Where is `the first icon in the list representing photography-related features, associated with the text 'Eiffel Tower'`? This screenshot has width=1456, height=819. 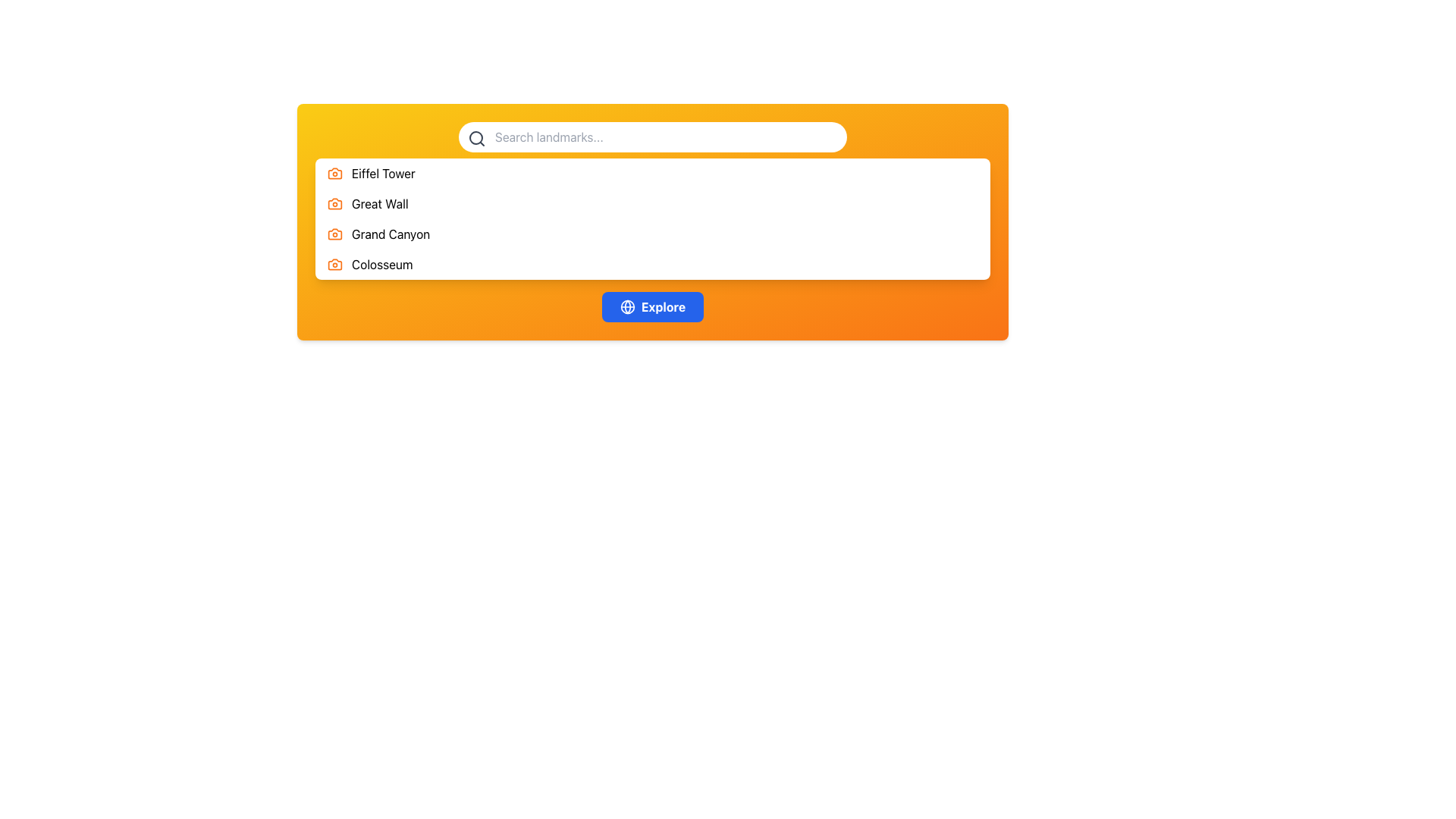
the first icon in the list representing photography-related features, associated with the text 'Eiffel Tower' is located at coordinates (334, 172).